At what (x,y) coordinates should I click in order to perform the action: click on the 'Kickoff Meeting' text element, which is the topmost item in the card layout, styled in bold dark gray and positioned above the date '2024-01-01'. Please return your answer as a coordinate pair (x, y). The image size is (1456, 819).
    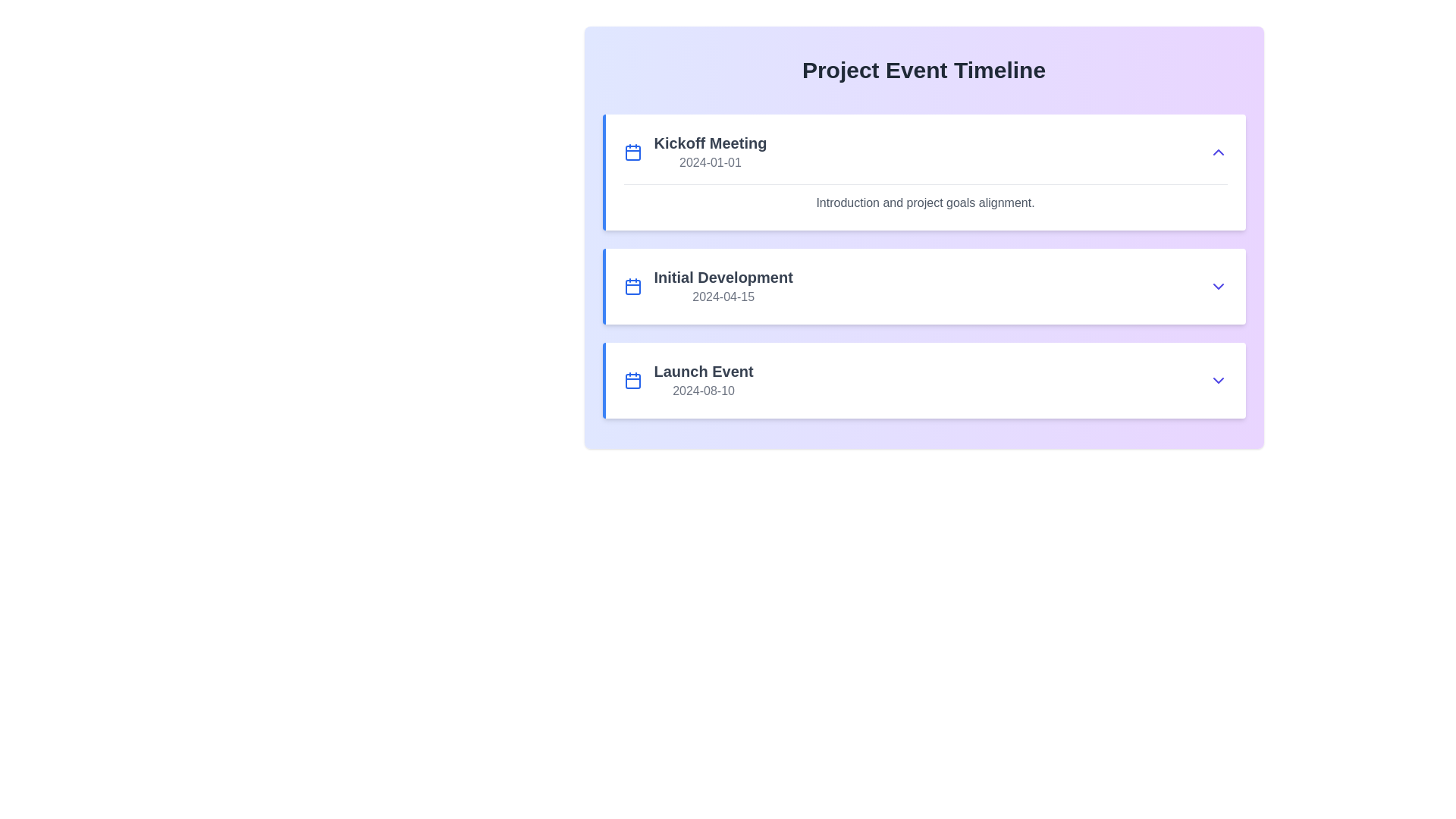
    Looking at the image, I should click on (709, 143).